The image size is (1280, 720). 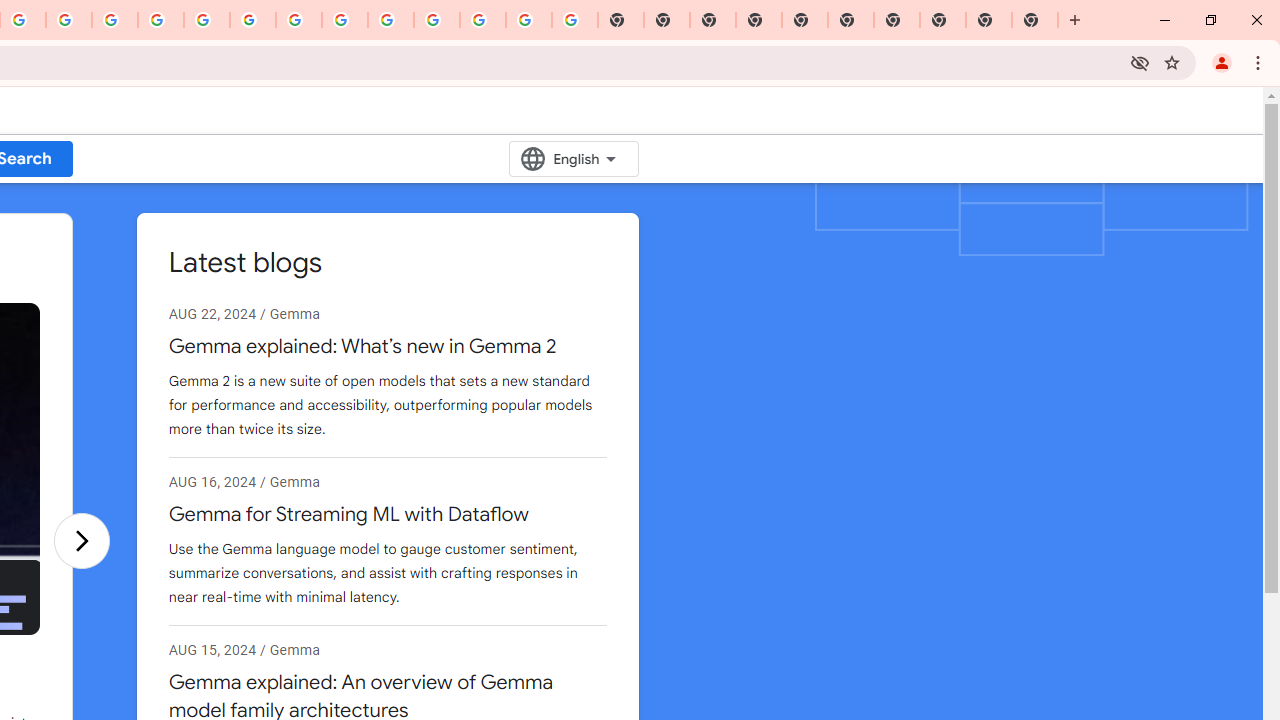 I want to click on 'Google Images', so click(x=573, y=20).